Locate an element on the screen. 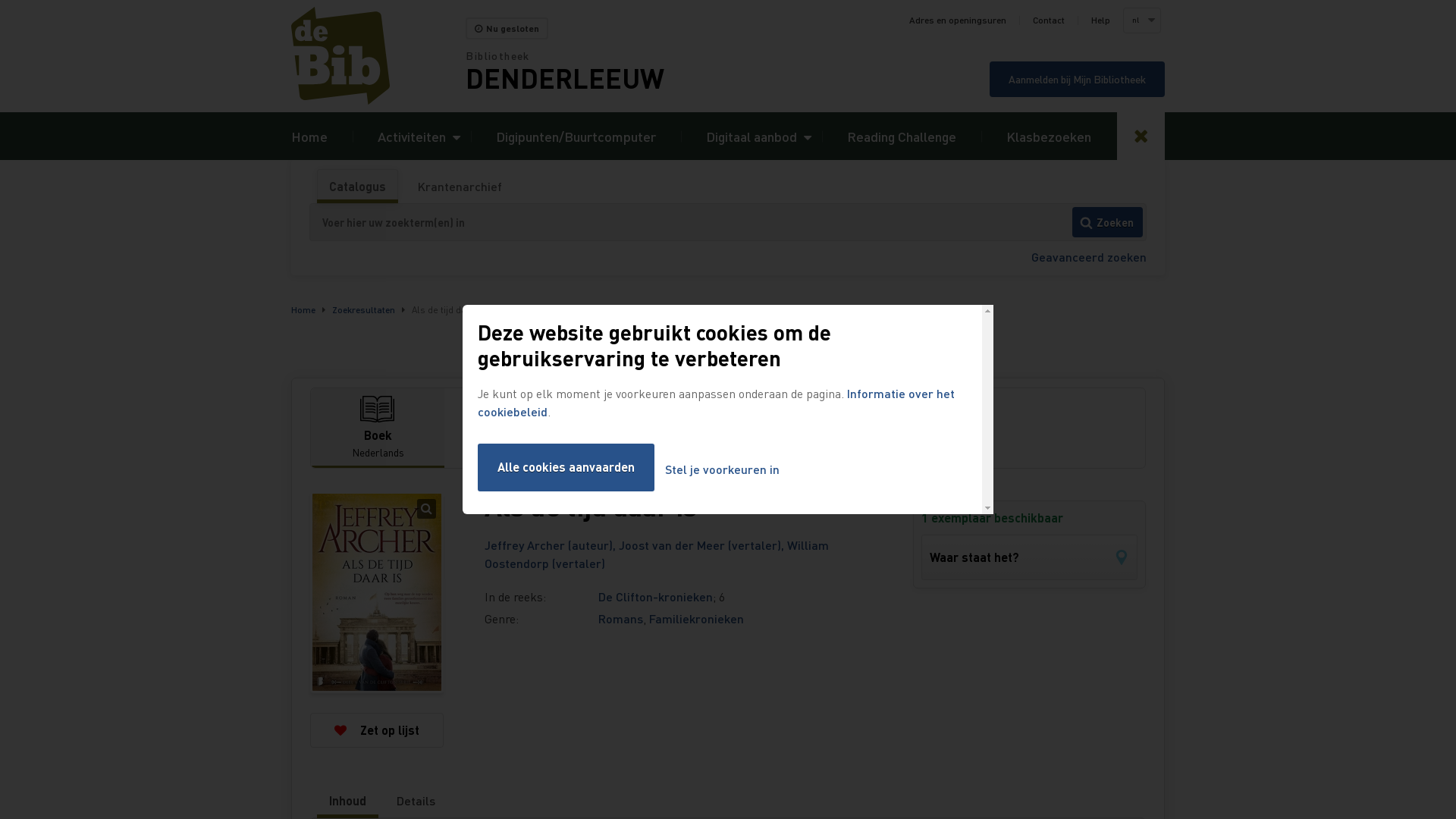 This screenshot has width=1456, height=819. 'nl' is located at coordinates (1124, 20).